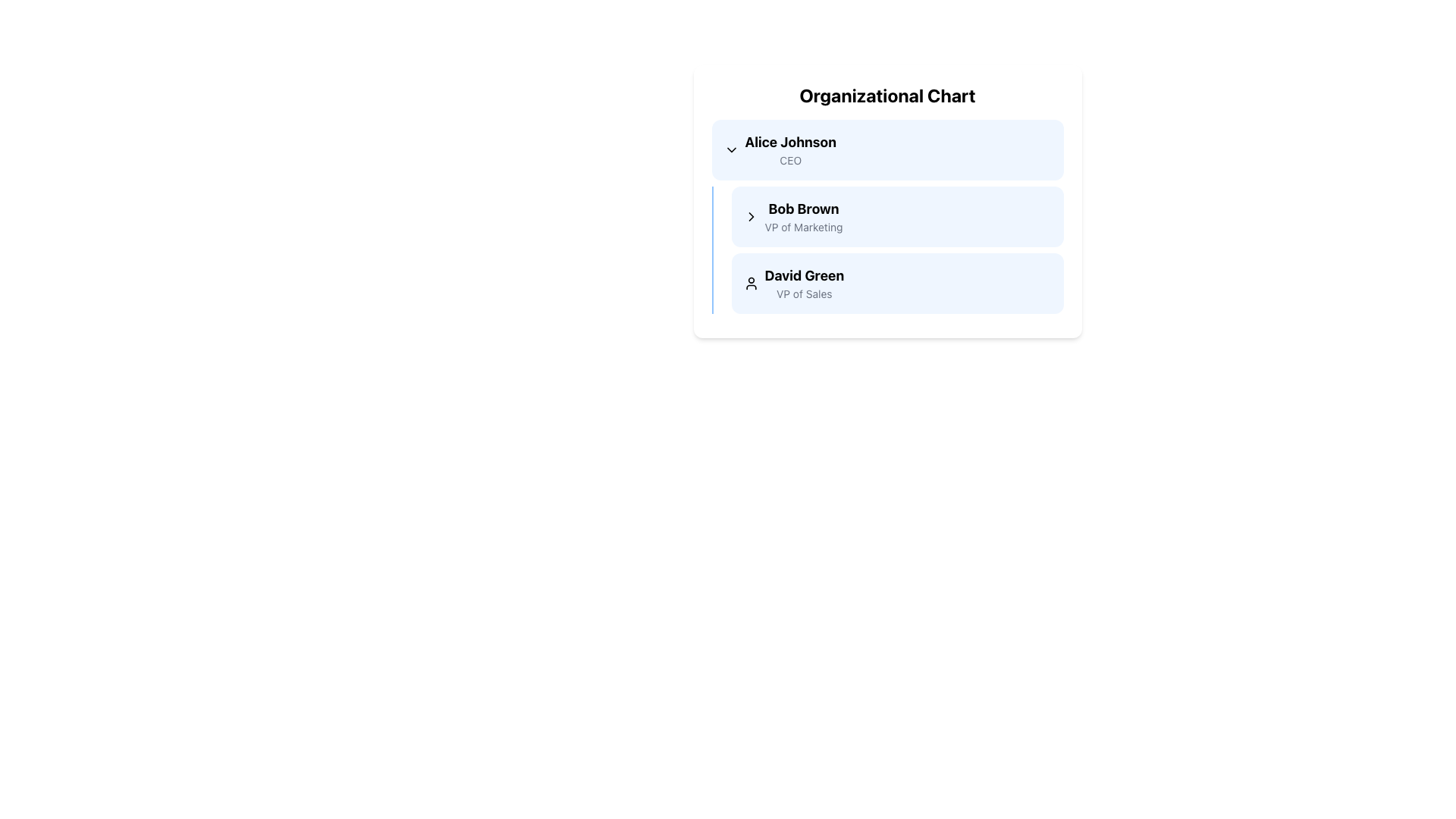 Image resolution: width=1456 pixels, height=819 pixels. Describe the element at coordinates (897, 216) in the screenshot. I see `the Complex UI component labeled 'Bob Brown'` at that location.